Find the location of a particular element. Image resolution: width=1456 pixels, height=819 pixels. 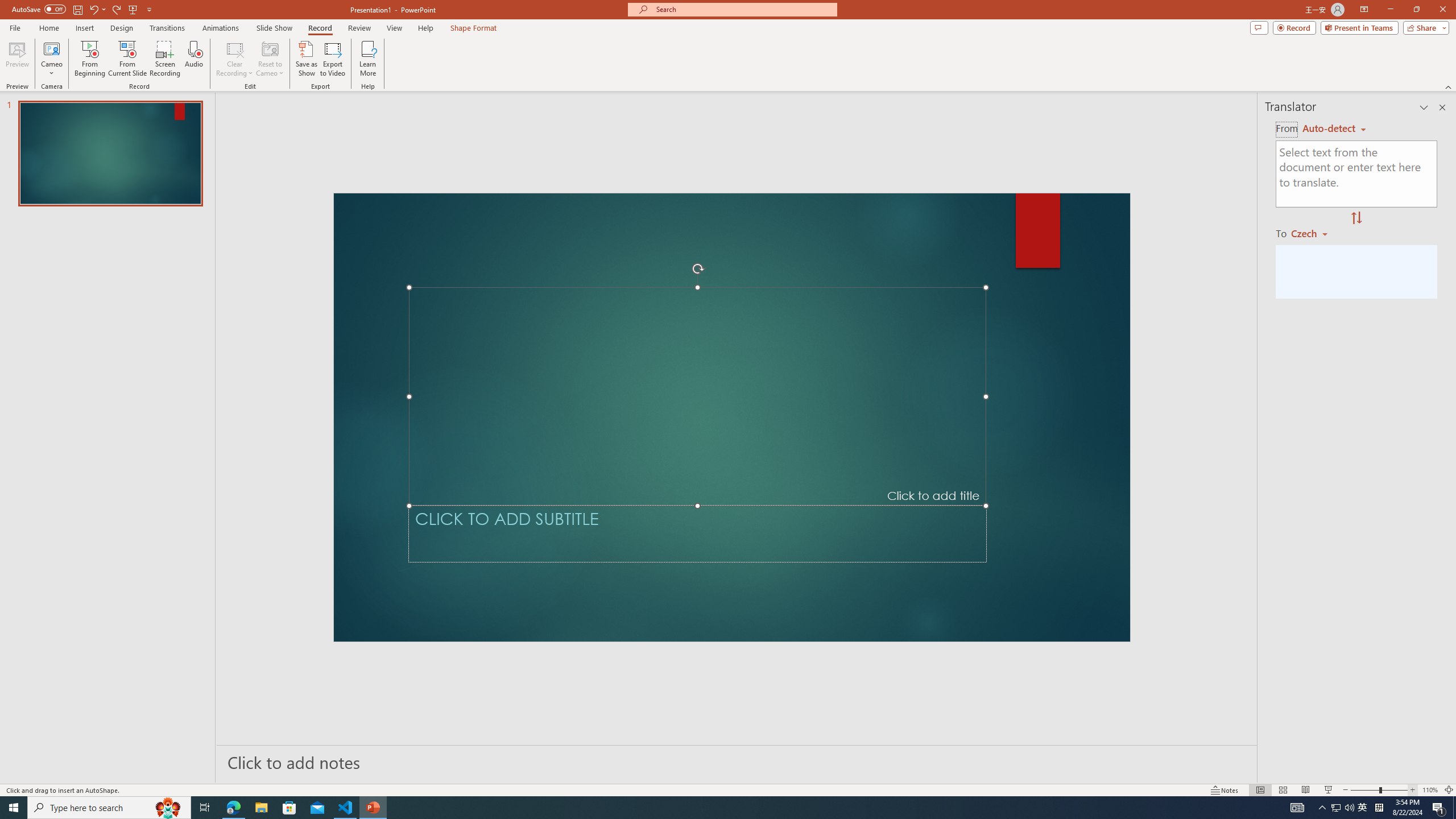

'Czech' is located at coordinates (1314, 233).